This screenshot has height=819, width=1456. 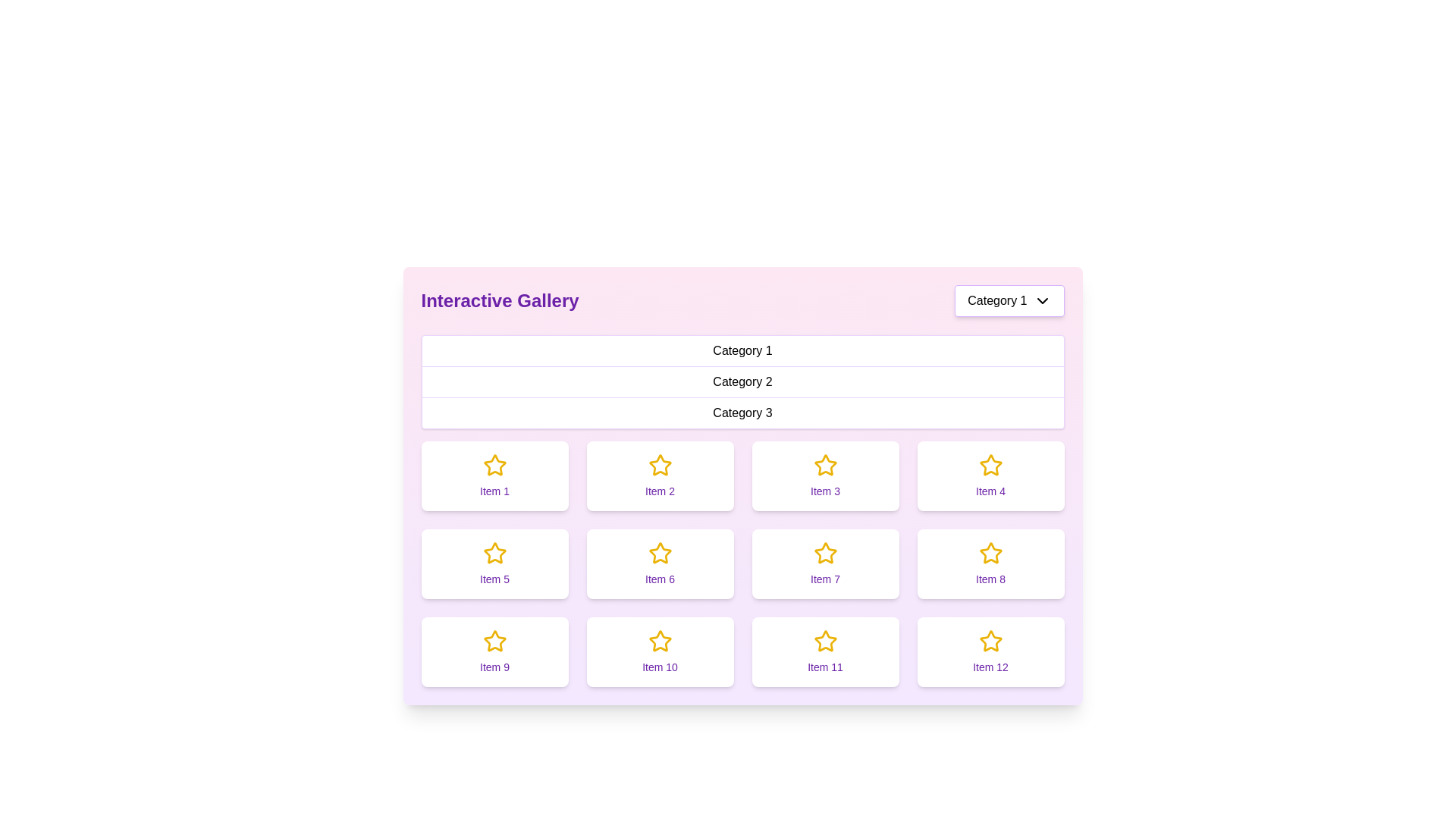 What do you see at coordinates (990, 464) in the screenshot?
I see `the fourth star-shaped icon associated with 'Item 4', located in the second row and fourth column of the grid layout below the 'Category 1' dropdown` at bounding box center [990, 464].